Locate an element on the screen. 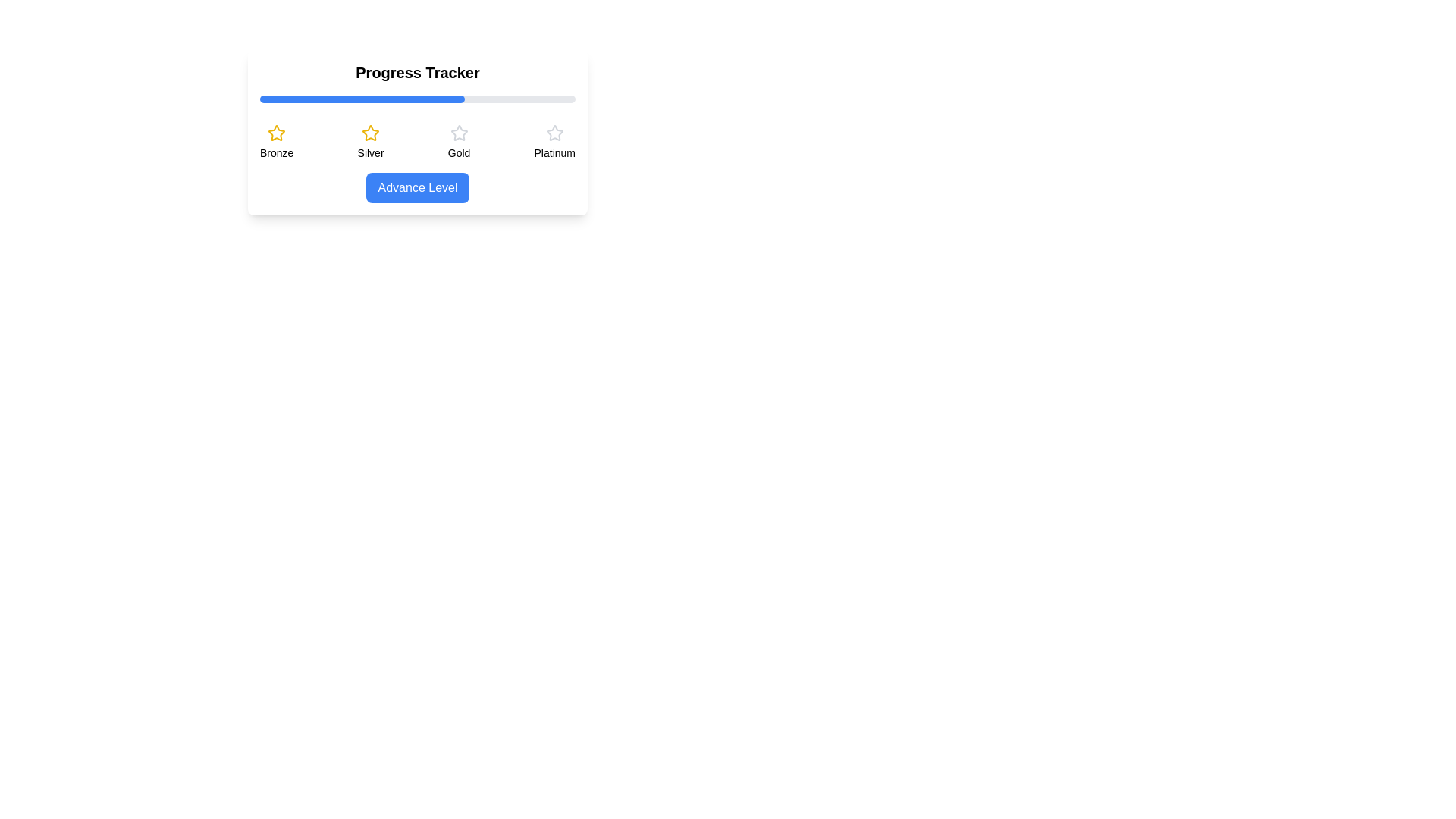 The width and height of the screenshot is (1456, 819). the fourth star icon from the left, which is gray and located above the 'Platinum' label is located at coordinates (554, 133).